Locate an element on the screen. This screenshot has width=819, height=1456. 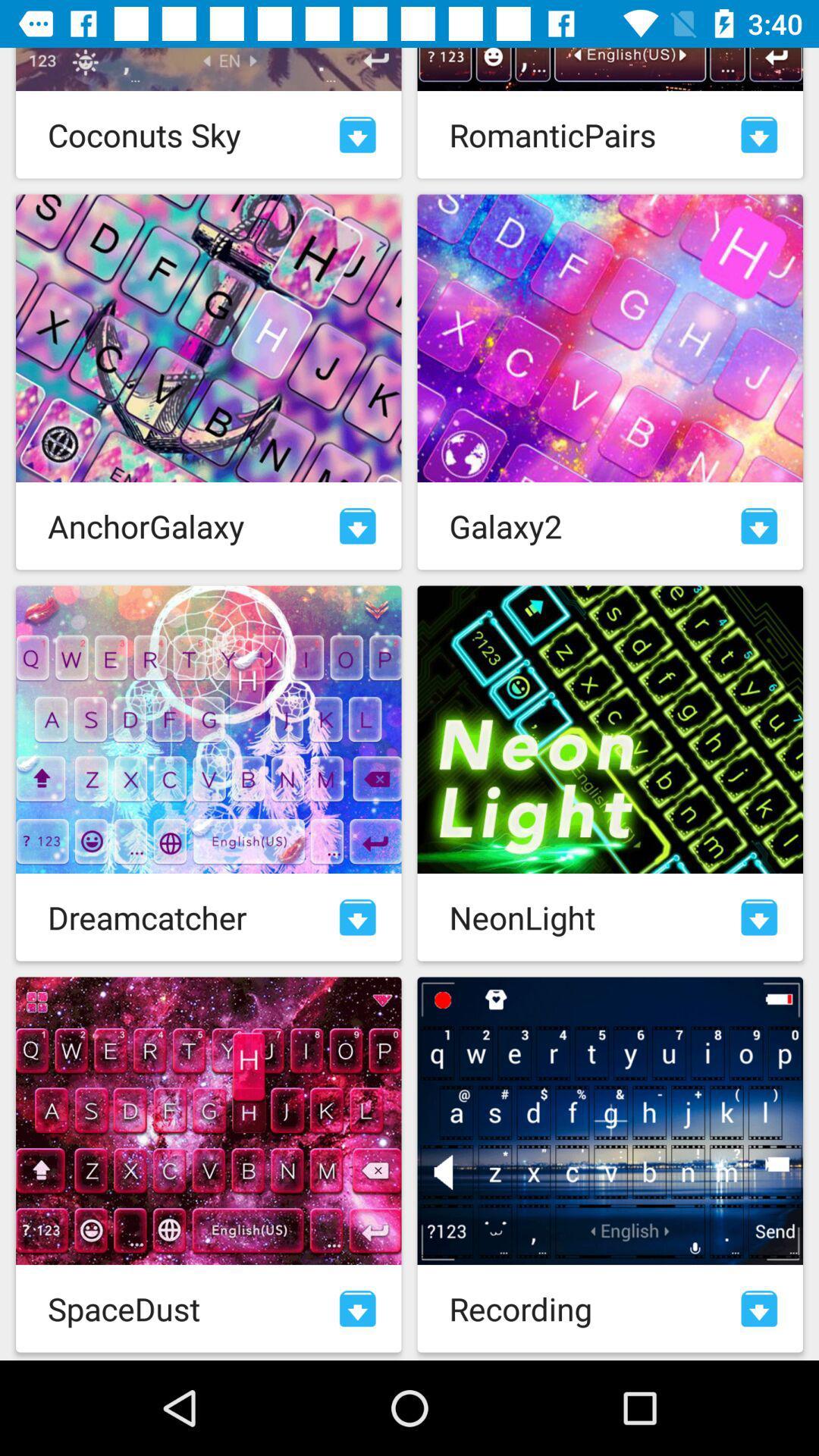
download is located at coordinates (357, 916).